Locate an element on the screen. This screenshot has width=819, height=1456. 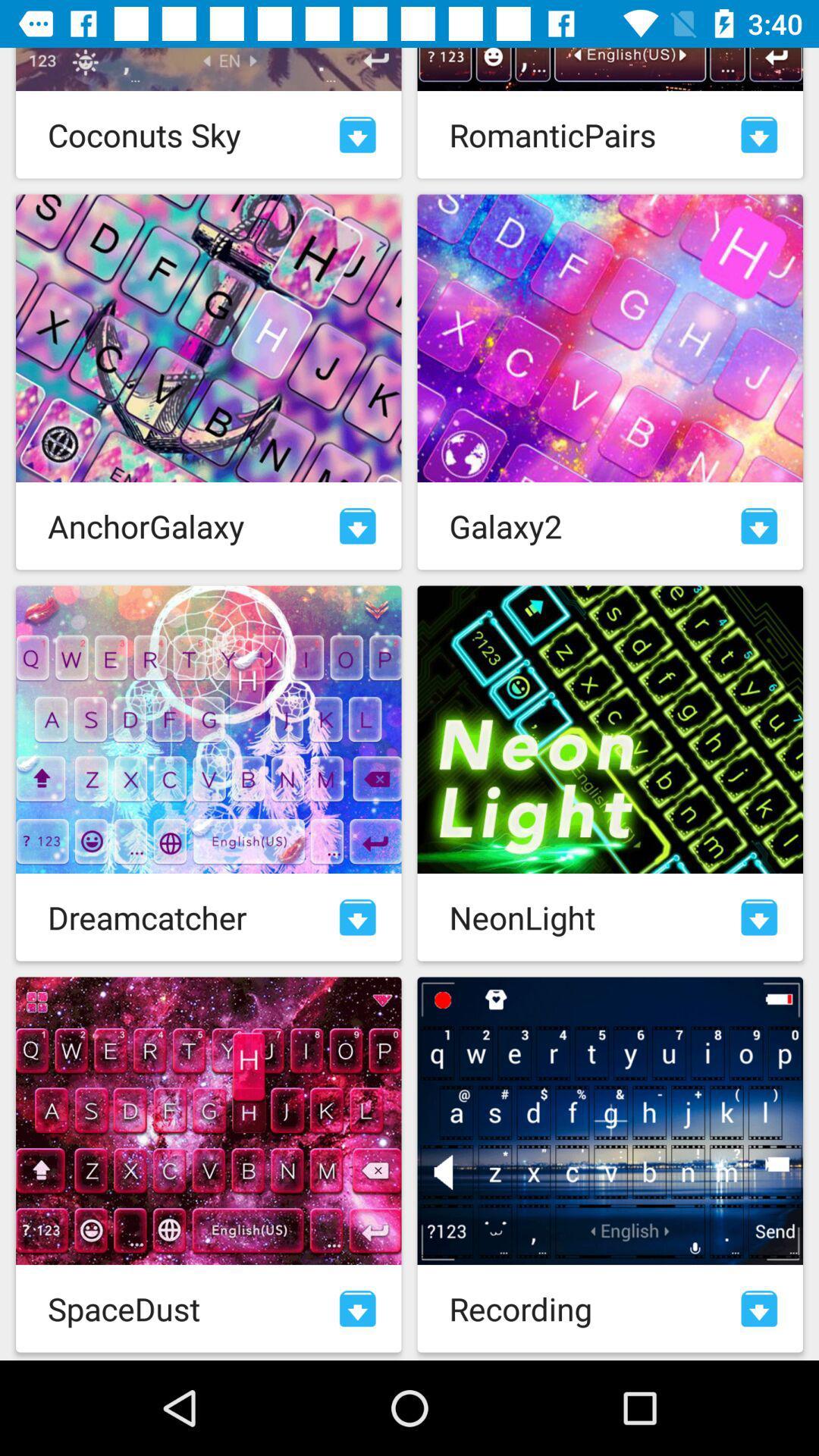
download is located at coordinates (357, 916).